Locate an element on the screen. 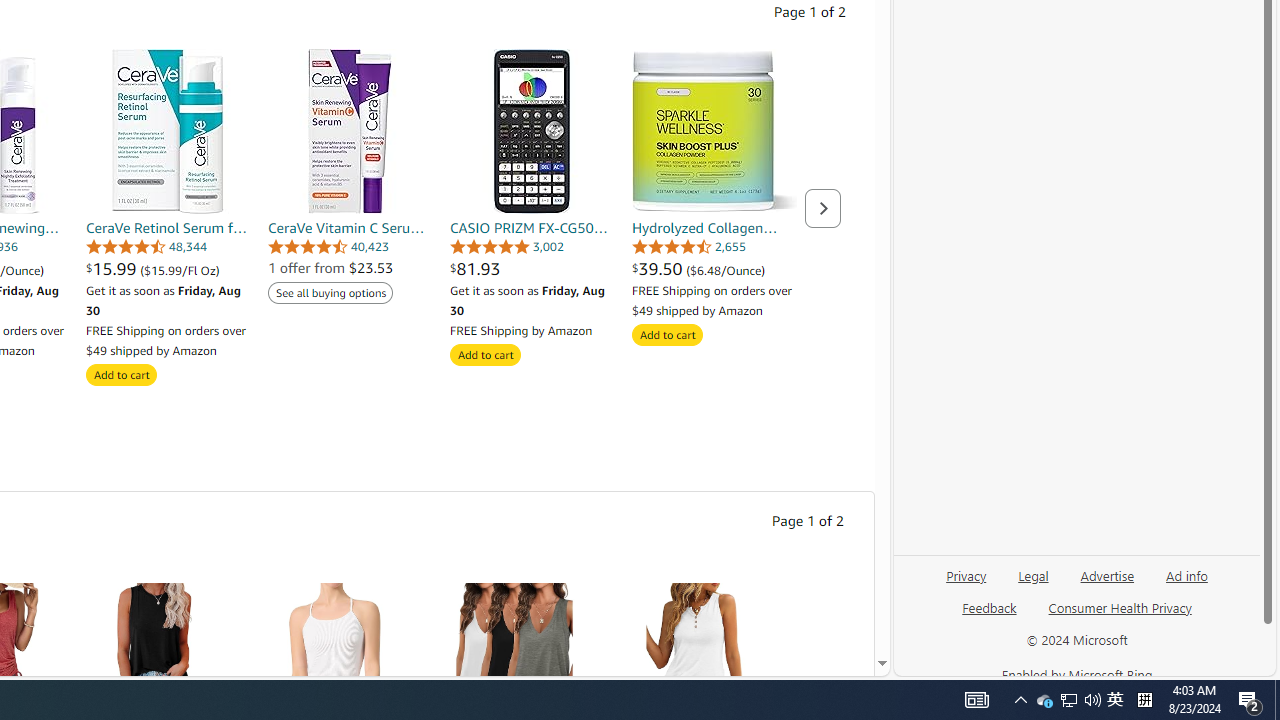 The height and width of the screenshot is (720, 1280). 'Legal' is located at coordinates (1033, 583).